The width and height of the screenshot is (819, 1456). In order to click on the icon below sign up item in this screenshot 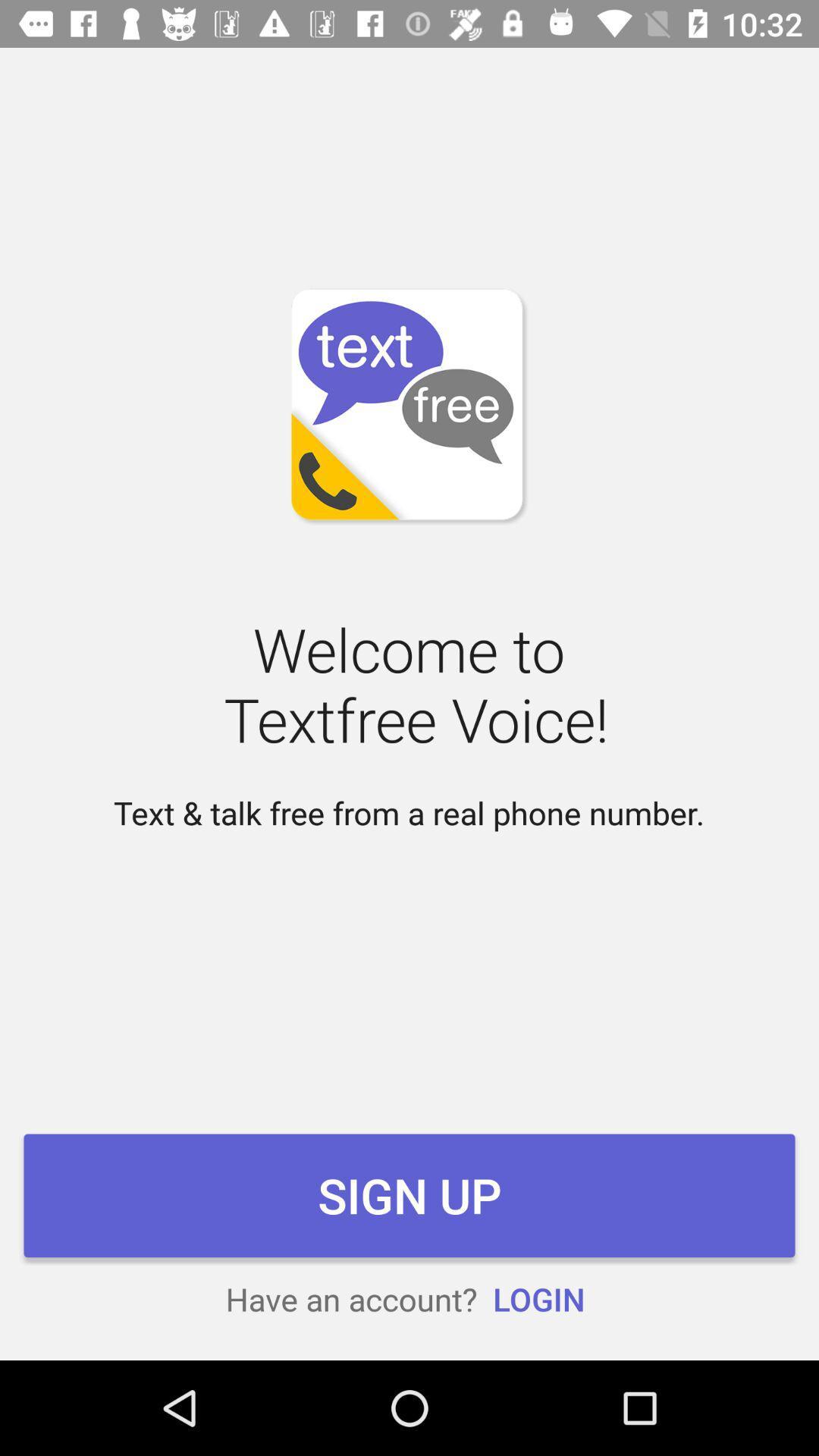, I will do `click(538, 1298)`.